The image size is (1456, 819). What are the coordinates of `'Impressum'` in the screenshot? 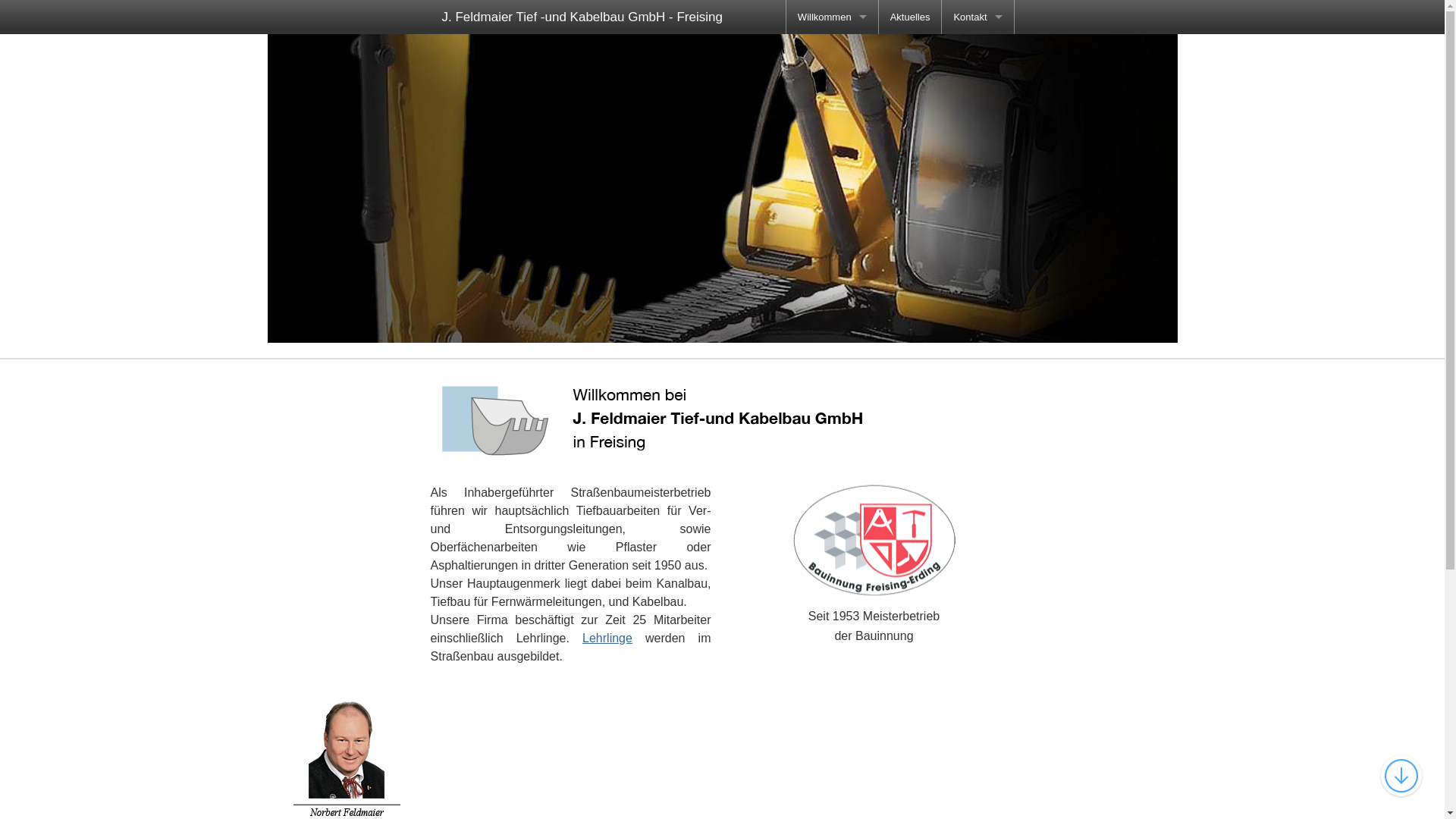 It's located at (831, 153).